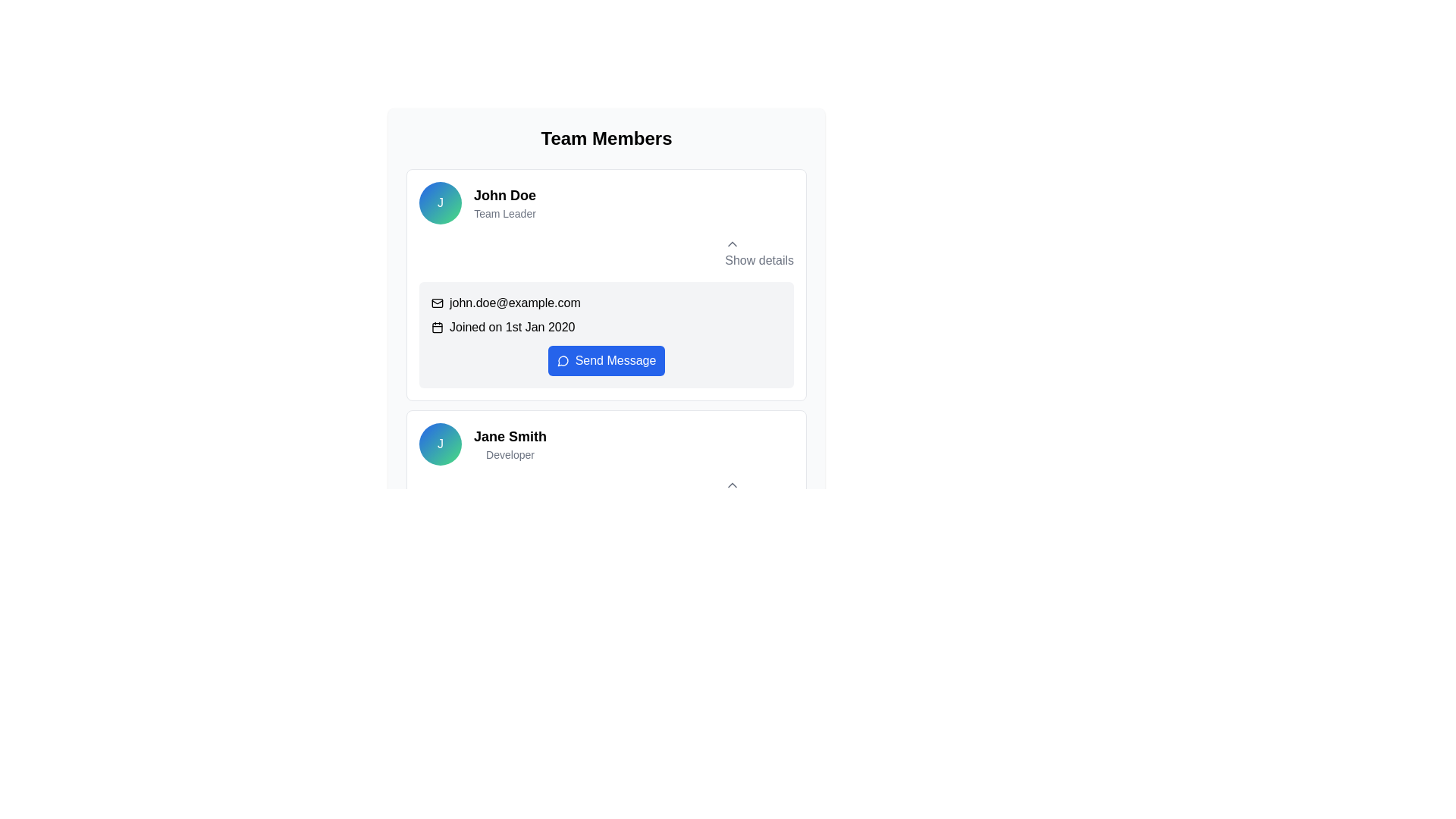  What do you see at coordinates (512, 327) in the screenshot?
I see `the text label providing the joining date of 'John Doe', located to the right of the calendar icon in the user profile section` at bounding box center [512, 327].